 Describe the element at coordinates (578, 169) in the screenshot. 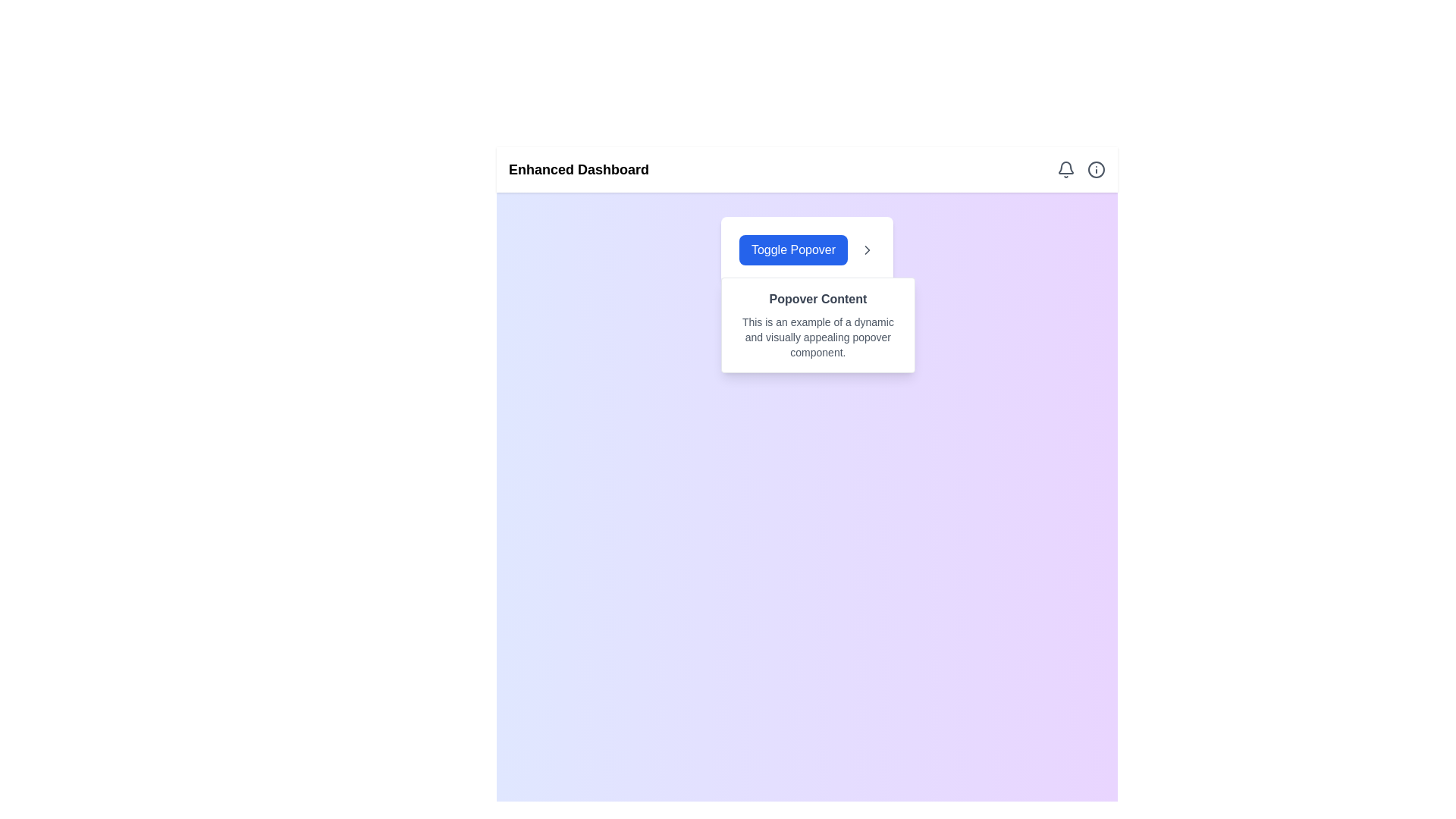

I see `the bold text string 'Enhanced Dashboard' located on the far-left side of the navigation bar` at that location.